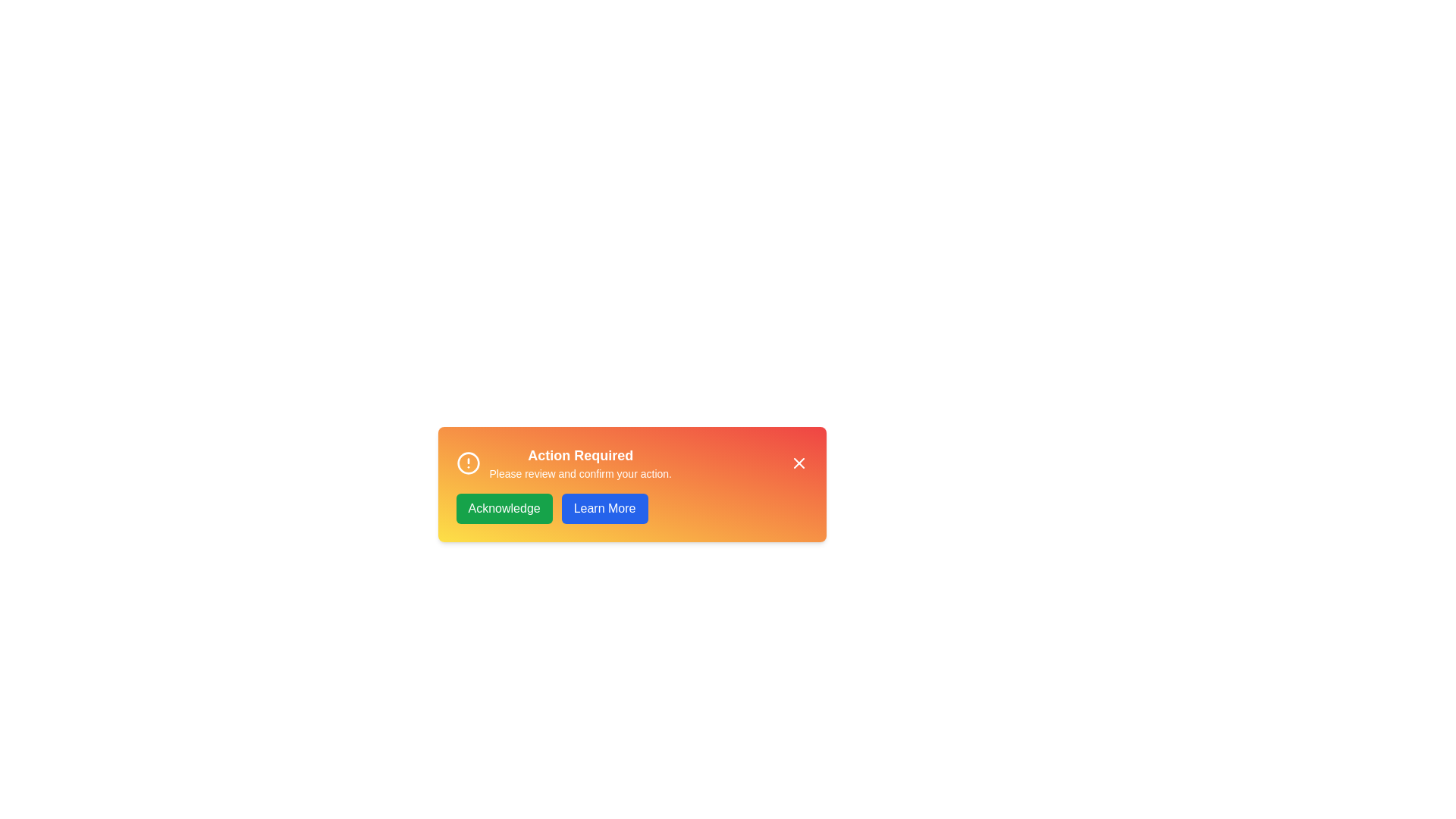 The width and height of the screenshot is (1456, 819). Describe the element at coordinates (504, 509) in the screenshot. I see `the 'Acknowledge' button to acknowledge the alert` at that location.